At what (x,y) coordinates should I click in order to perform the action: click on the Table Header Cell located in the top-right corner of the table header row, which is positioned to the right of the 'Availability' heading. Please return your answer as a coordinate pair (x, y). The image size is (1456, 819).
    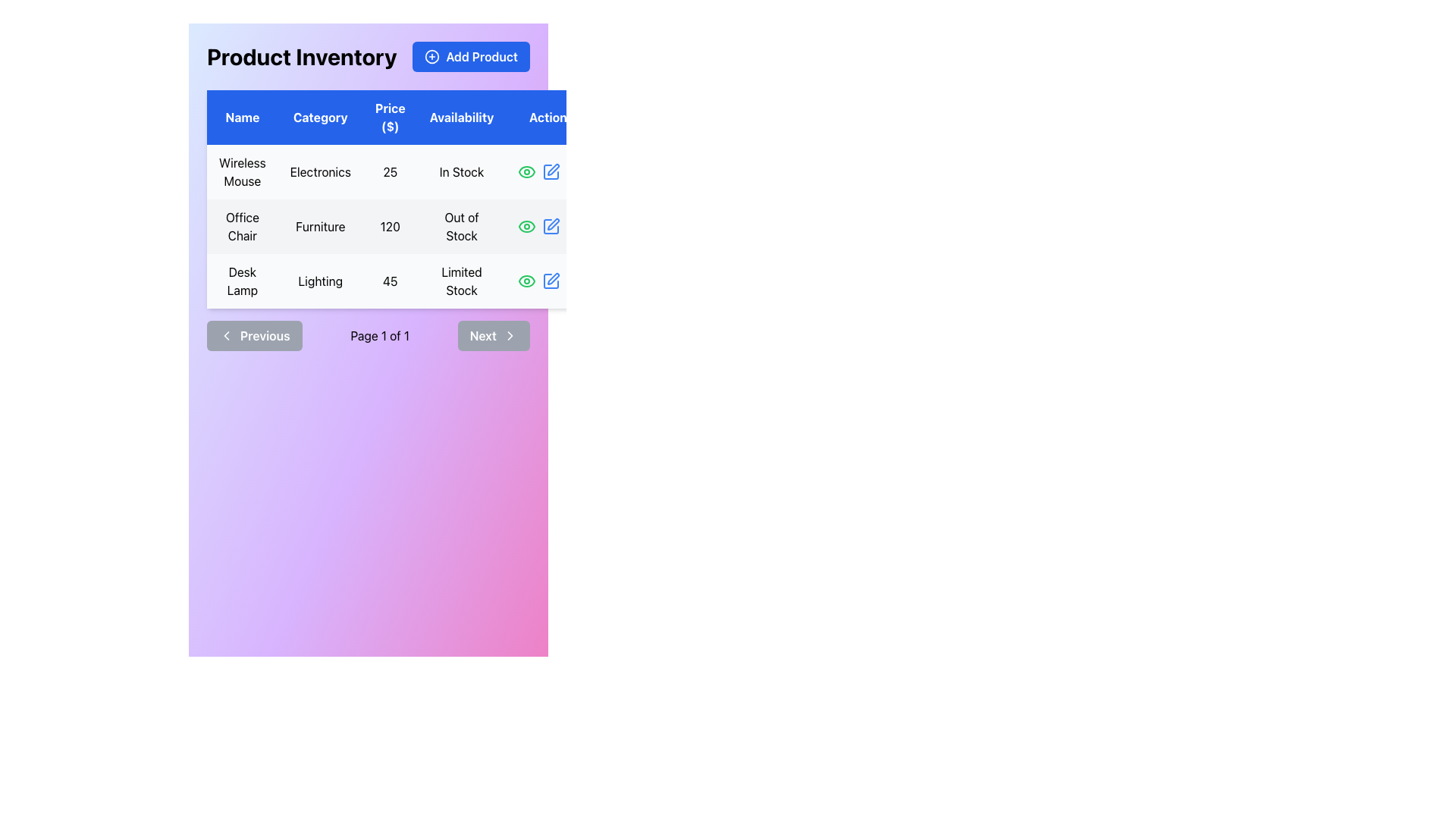
    Looking at the image, I should click on (550, 116).